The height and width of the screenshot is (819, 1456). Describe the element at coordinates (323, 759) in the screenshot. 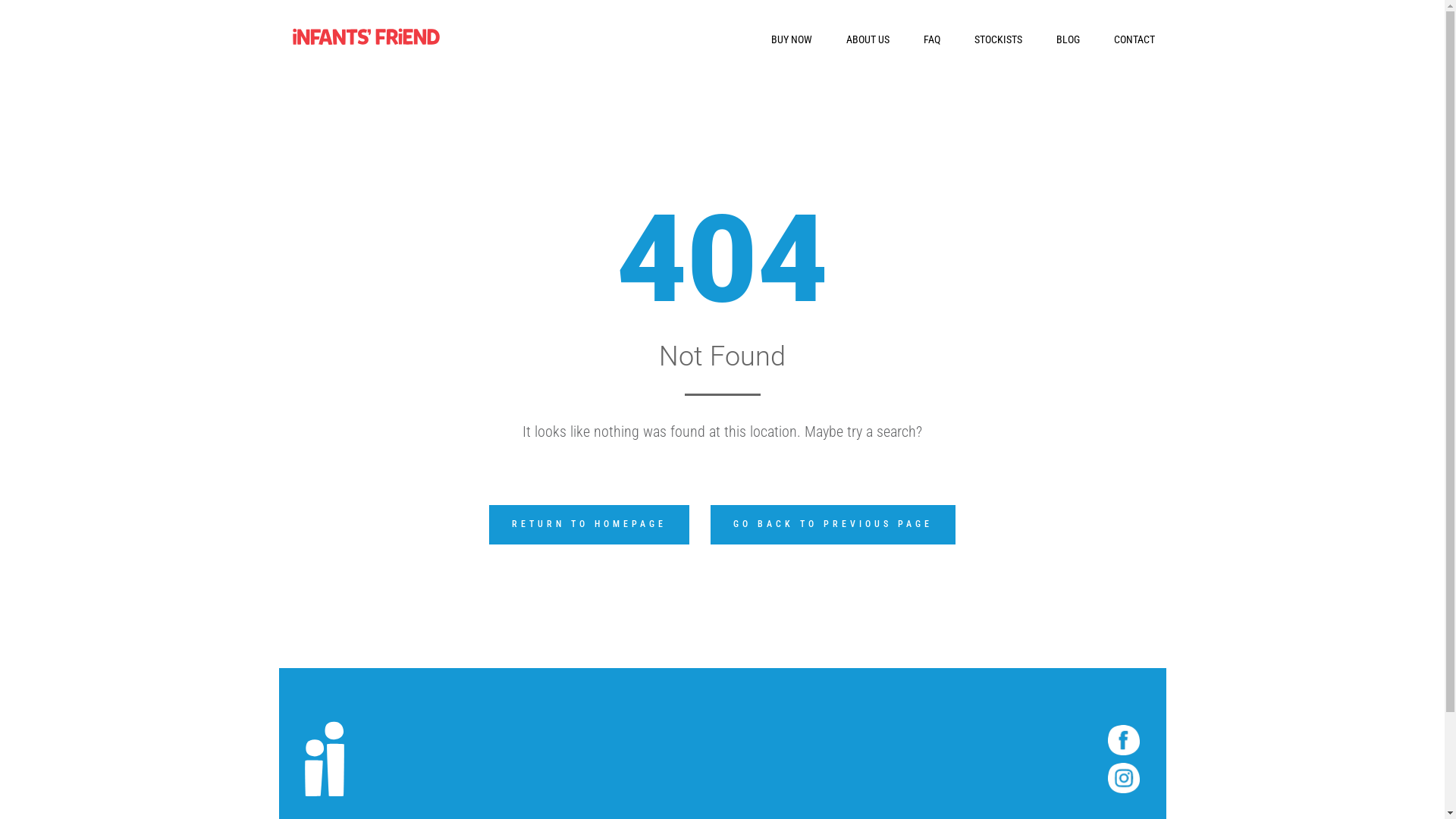

I see `'ii-small'` at that location.